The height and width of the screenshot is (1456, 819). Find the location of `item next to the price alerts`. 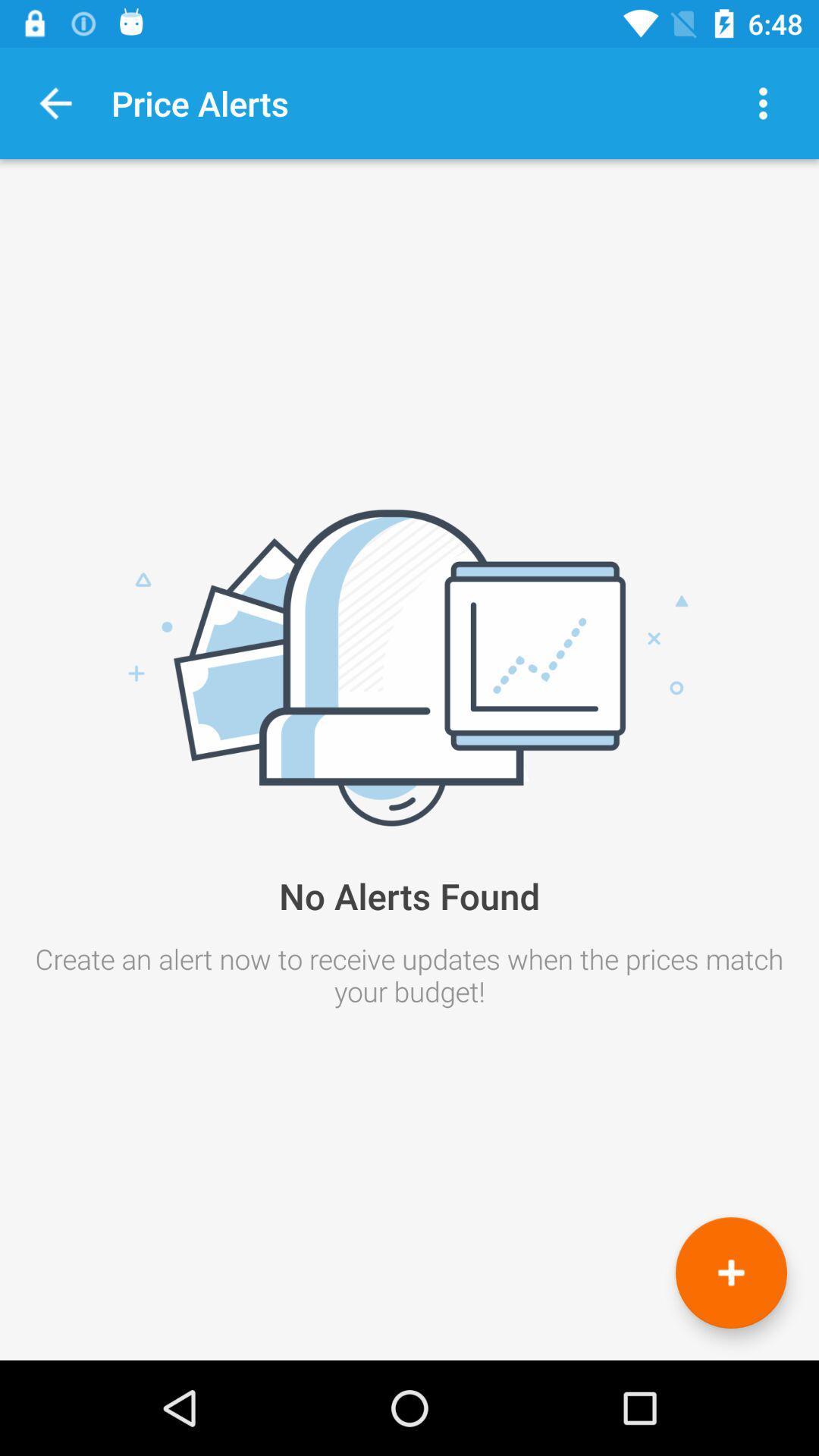

item next to the price alerts is located at coordinates (763, 102).